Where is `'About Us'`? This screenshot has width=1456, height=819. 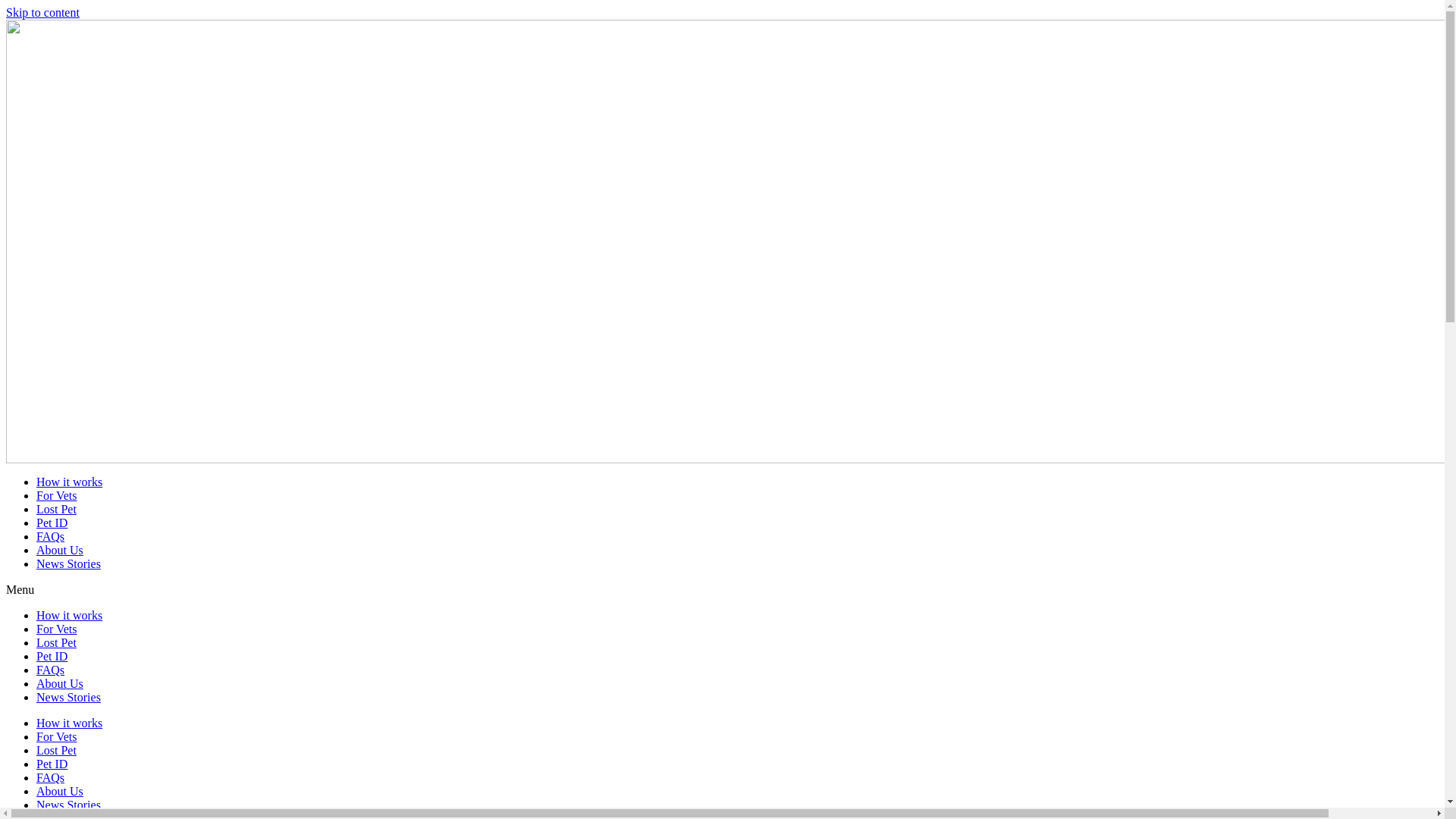
'About Us' is located at coordinates (36, 683).